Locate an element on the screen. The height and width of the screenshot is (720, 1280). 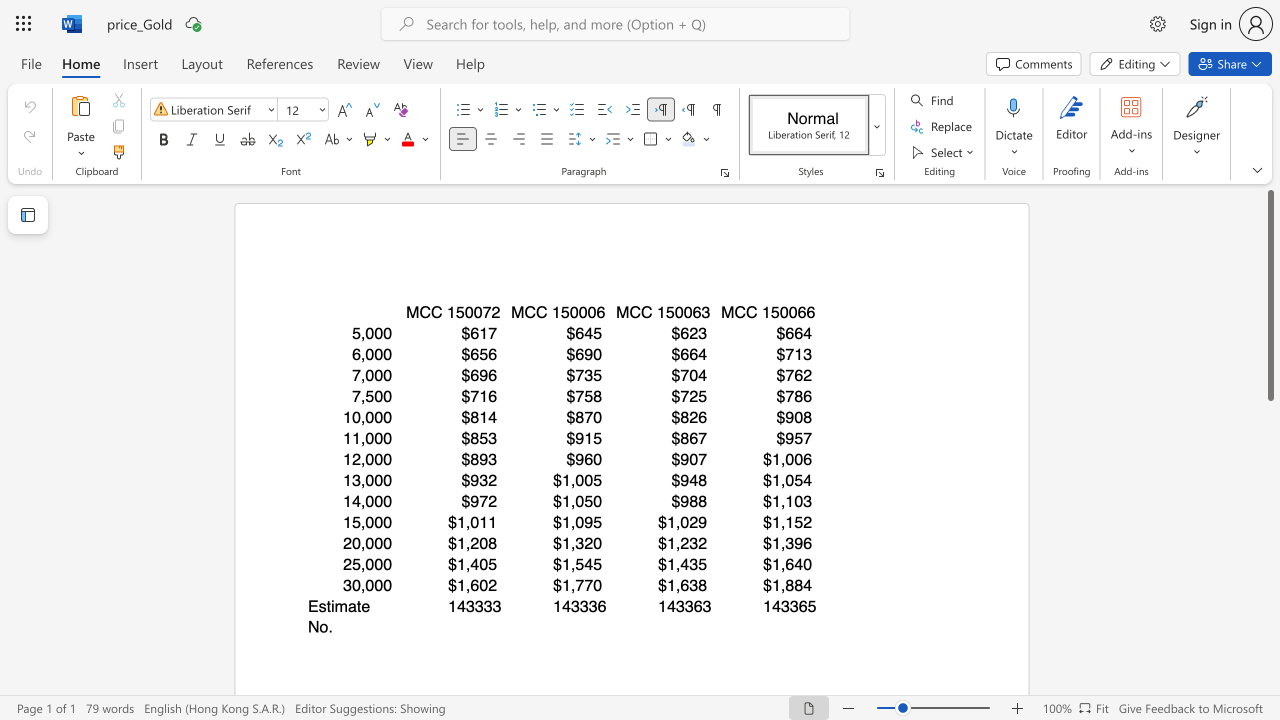
the page's right scrollbar for downward movement is located at coordinates (1269, 640).